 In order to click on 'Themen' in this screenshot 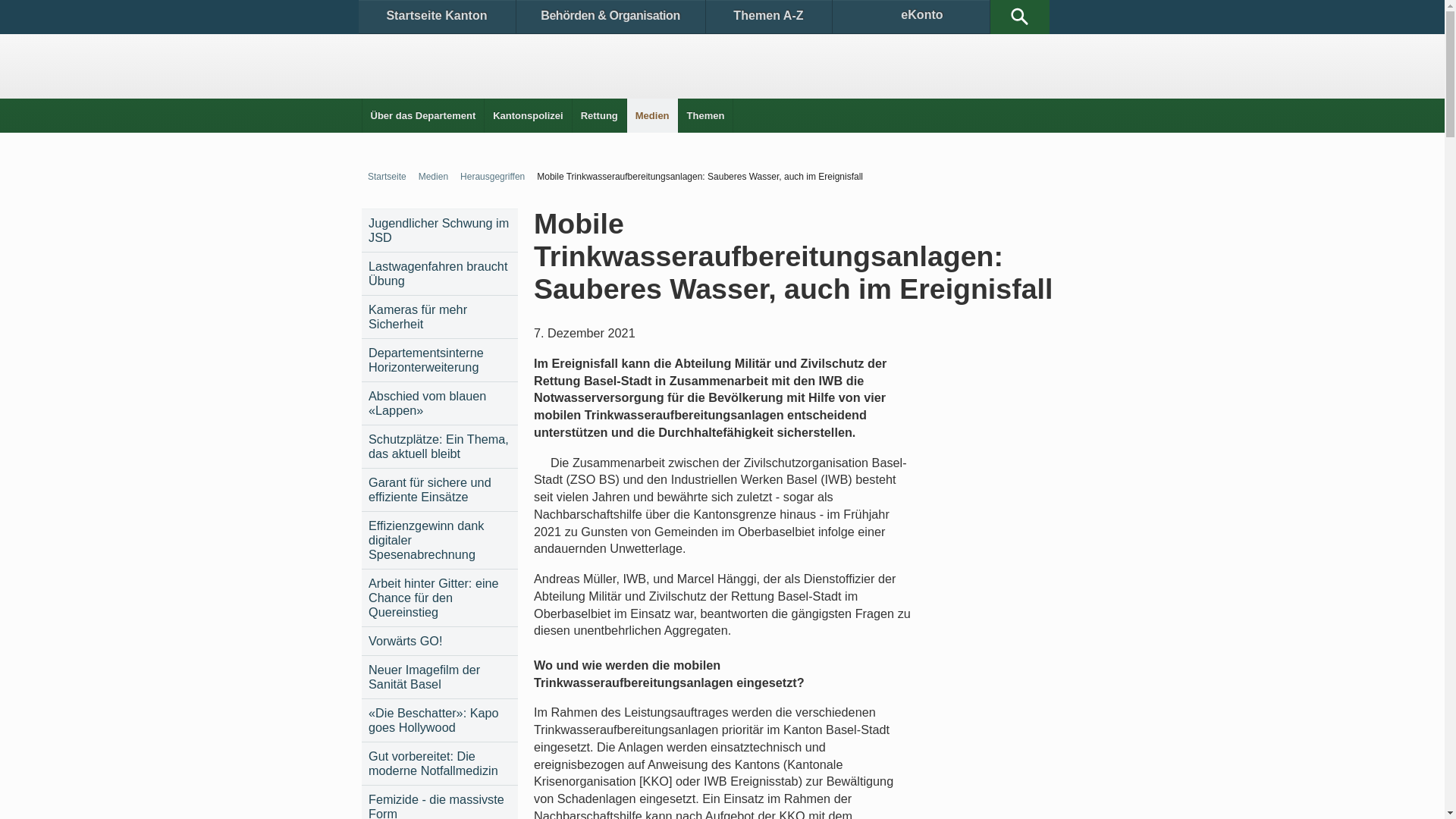, I will do `click(705, 115)`.